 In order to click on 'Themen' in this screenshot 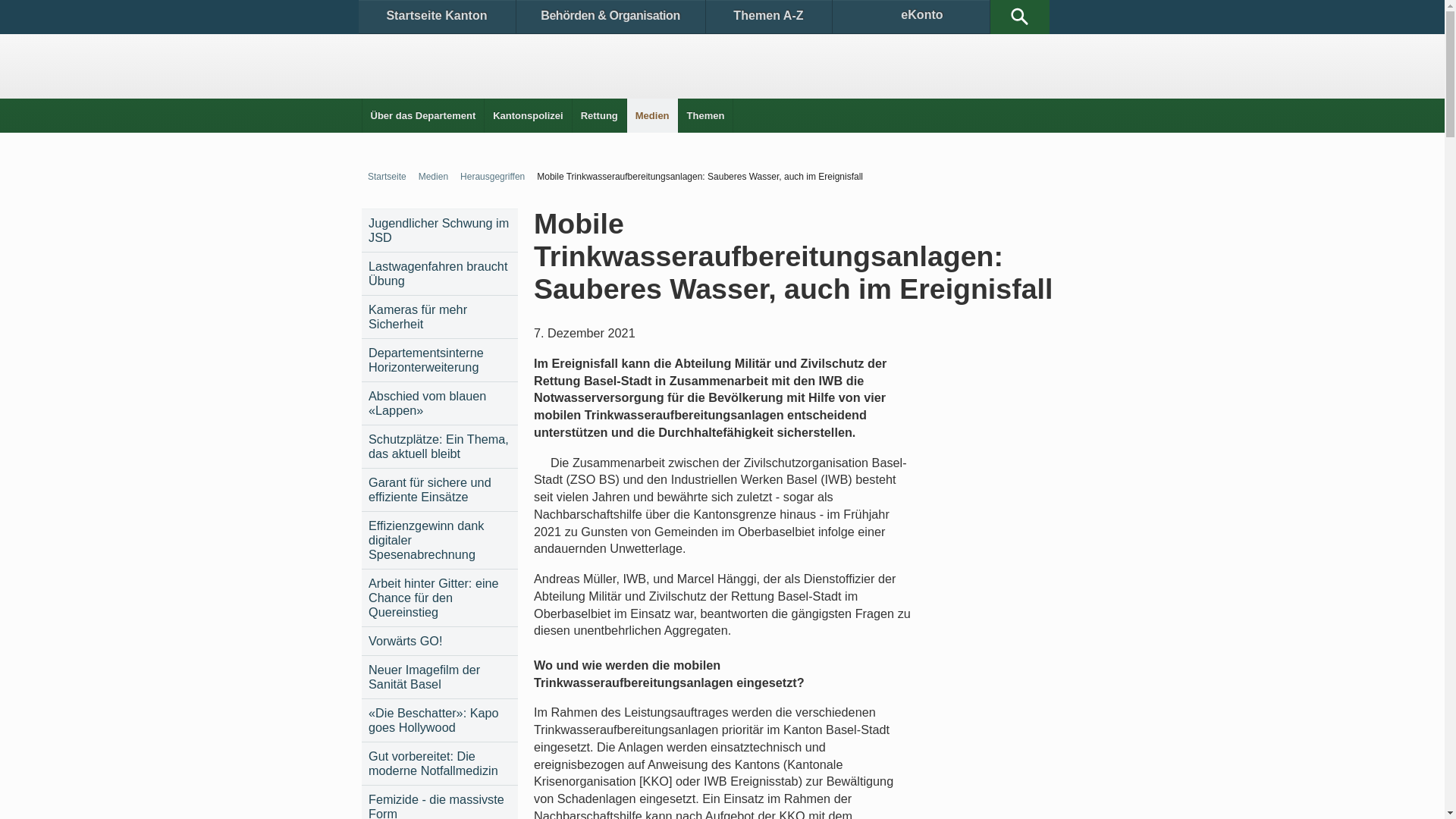, I will do `click(705, 115)`.